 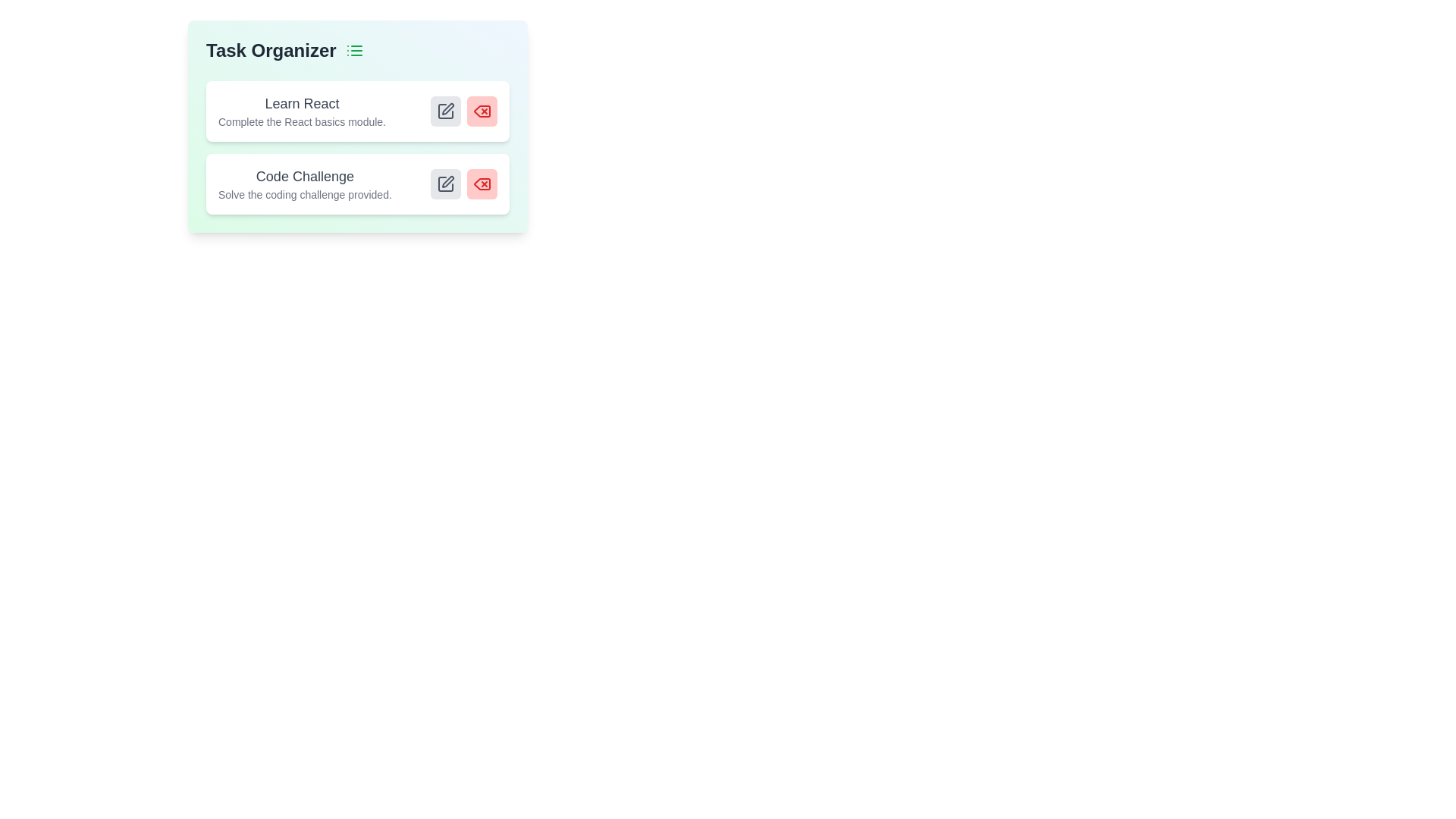 What do you see at coordinates (481, 110) in the screenshot?
I see `delete button for the task titled Learn React` at bounding box center [481, 110].